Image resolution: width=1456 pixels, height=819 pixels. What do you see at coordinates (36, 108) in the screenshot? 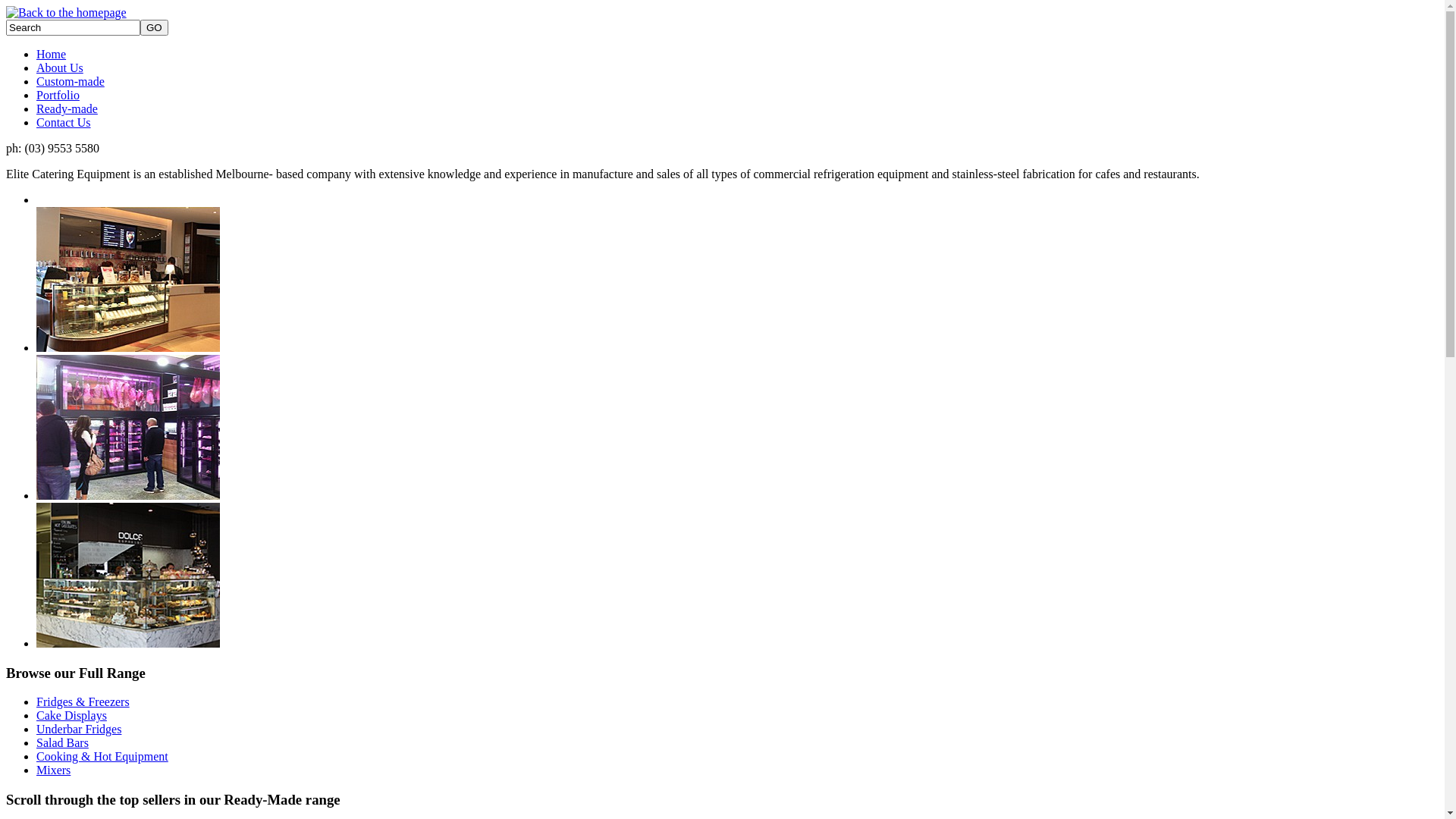
I see `'Ready-made'` at bounding box center [36, 108].